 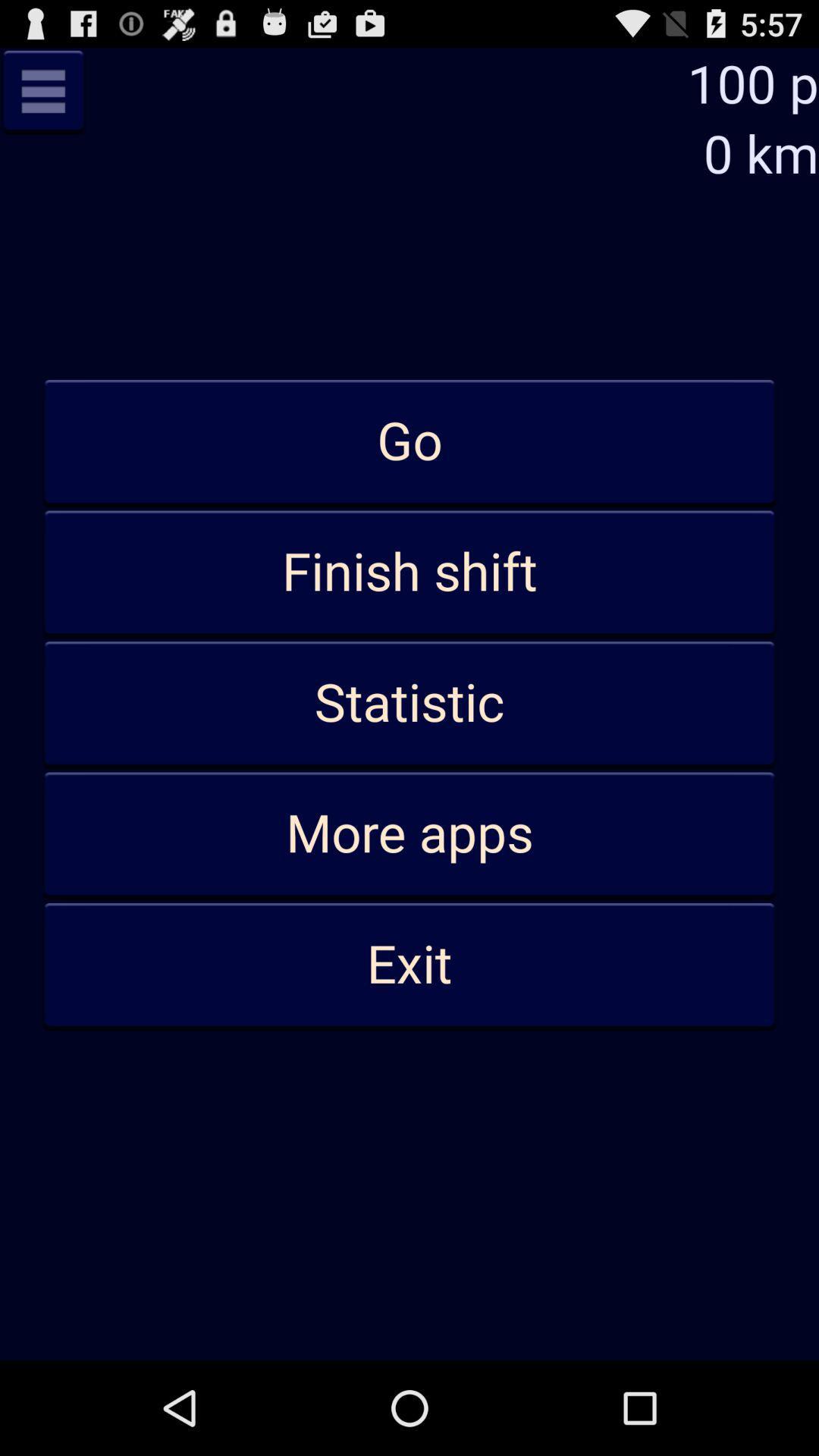 What do you see at coordinates (409, 573) in the screenshot?
I see `finish shift icon` at bounding box center [409, 573].